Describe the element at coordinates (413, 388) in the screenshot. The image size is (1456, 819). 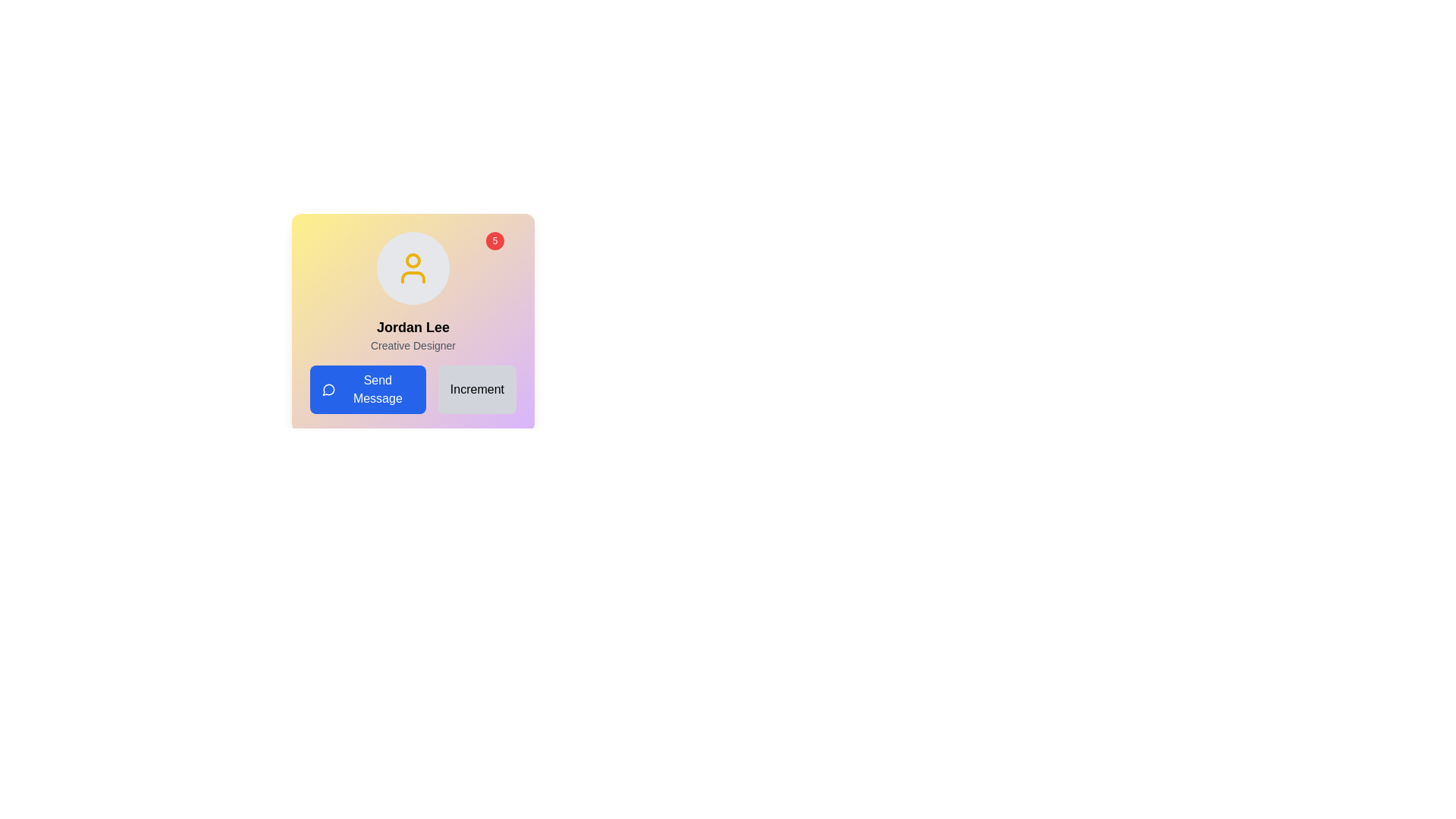
I see `the blue 'Send Message' button located at the bottom section of the card displaying user details for 'Jordan Lee'` at that location.